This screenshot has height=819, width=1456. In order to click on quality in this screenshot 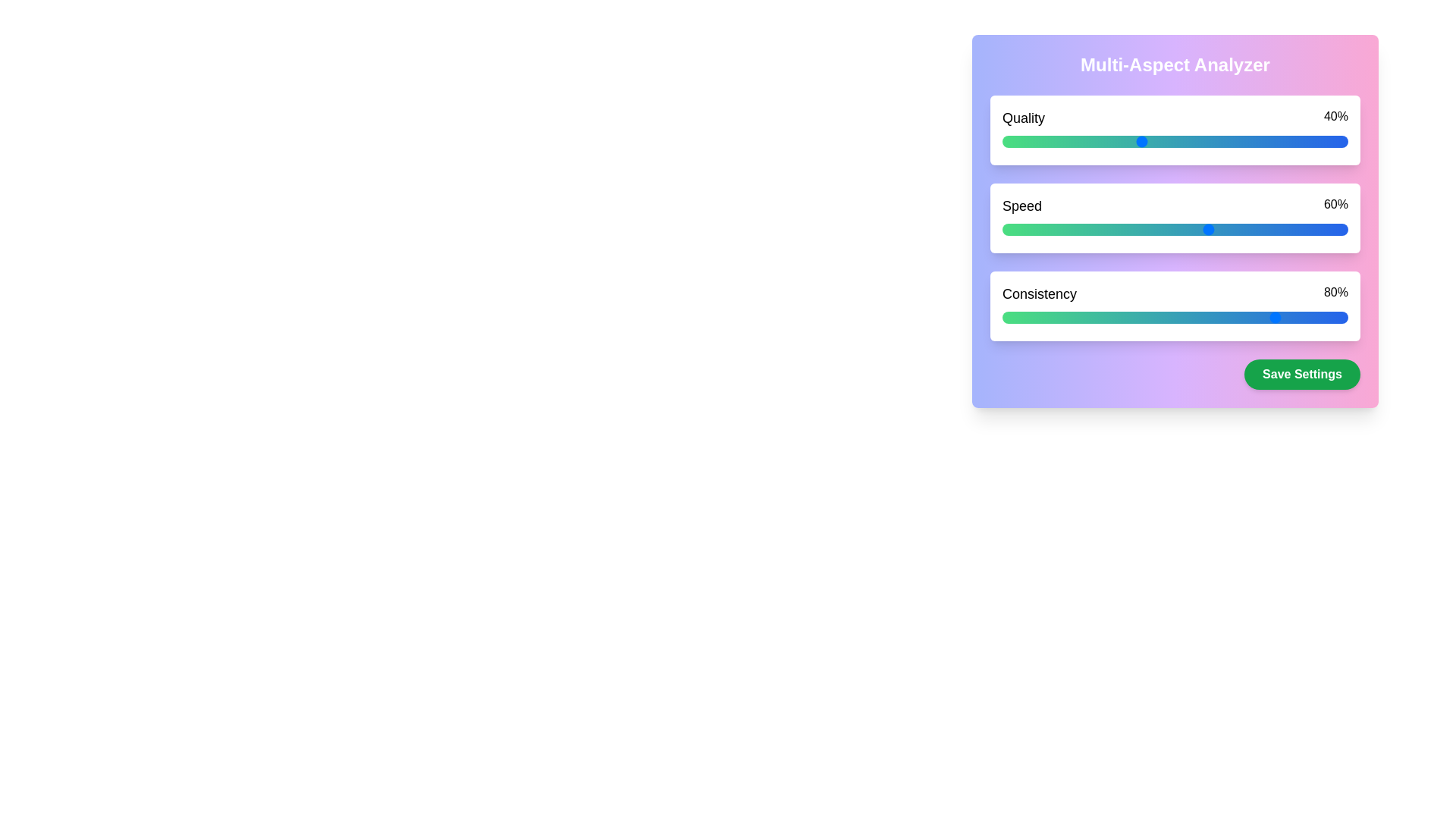, I will do `click(1209, 141)`.